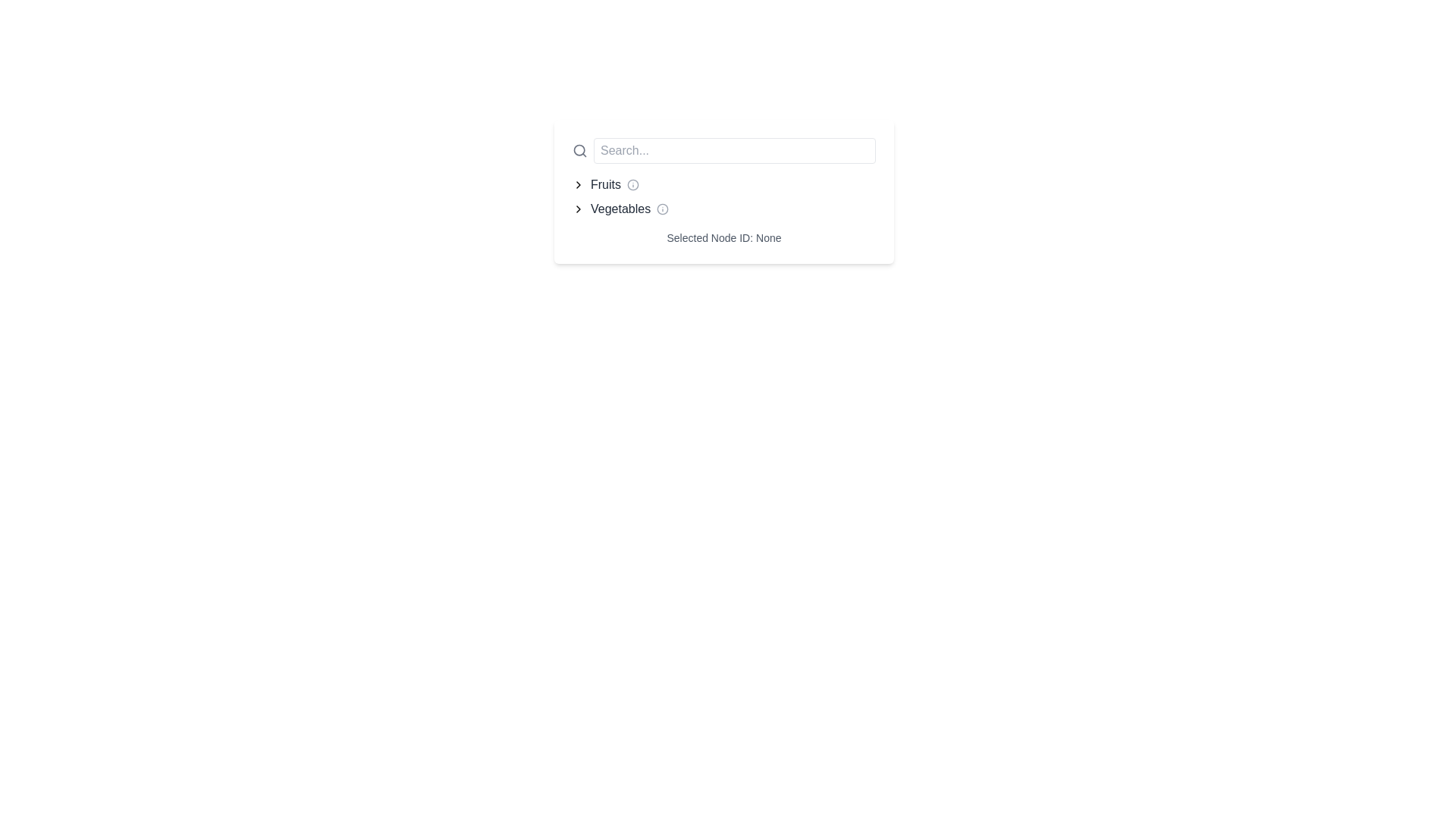  What do you see at coordinates (620, 209) in the screenshot?
I see `the 'Vegetables' category text label, which is located between a chevron icon and an info icon, and is part of a navigation structure below the 'Fruits' label` at bounding box center [620, 209].